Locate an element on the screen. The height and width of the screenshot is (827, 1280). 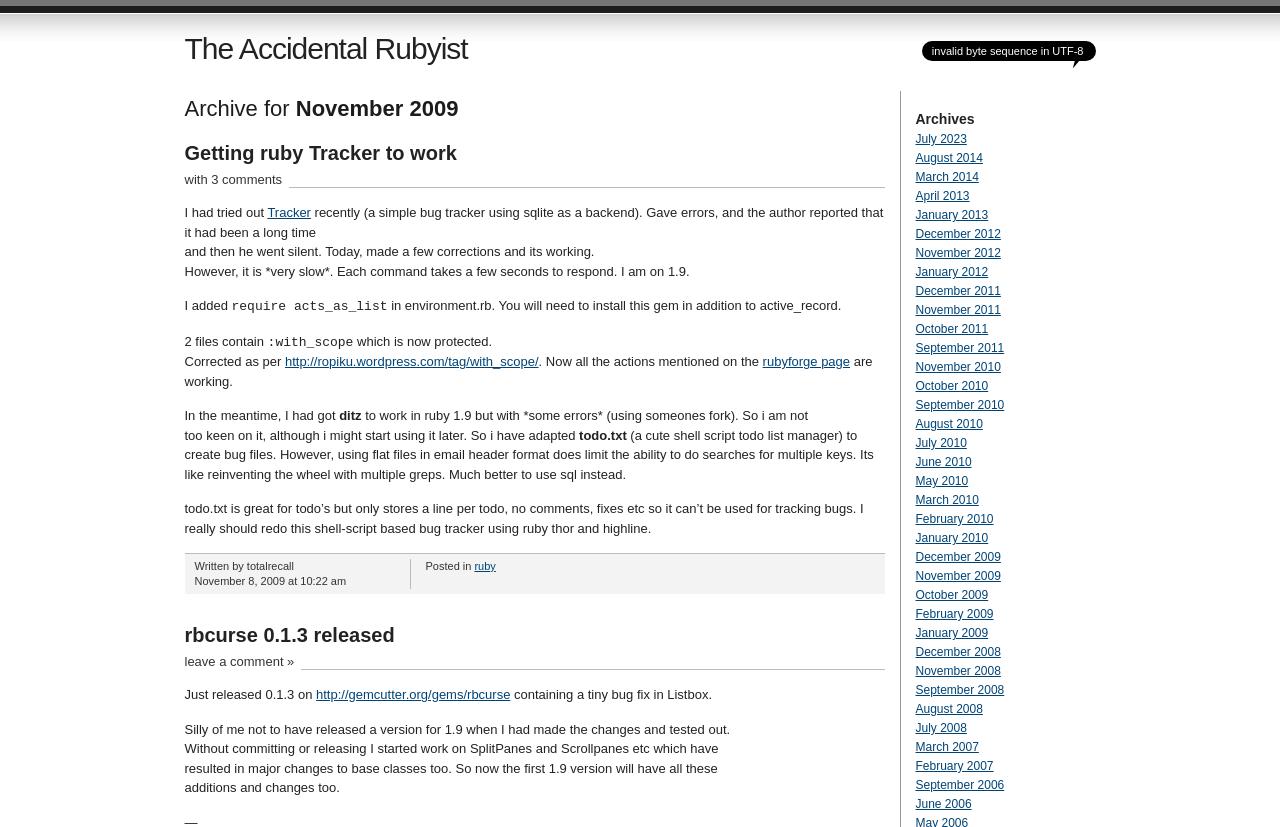
'November 2011' is located at coordinates (913, 308).